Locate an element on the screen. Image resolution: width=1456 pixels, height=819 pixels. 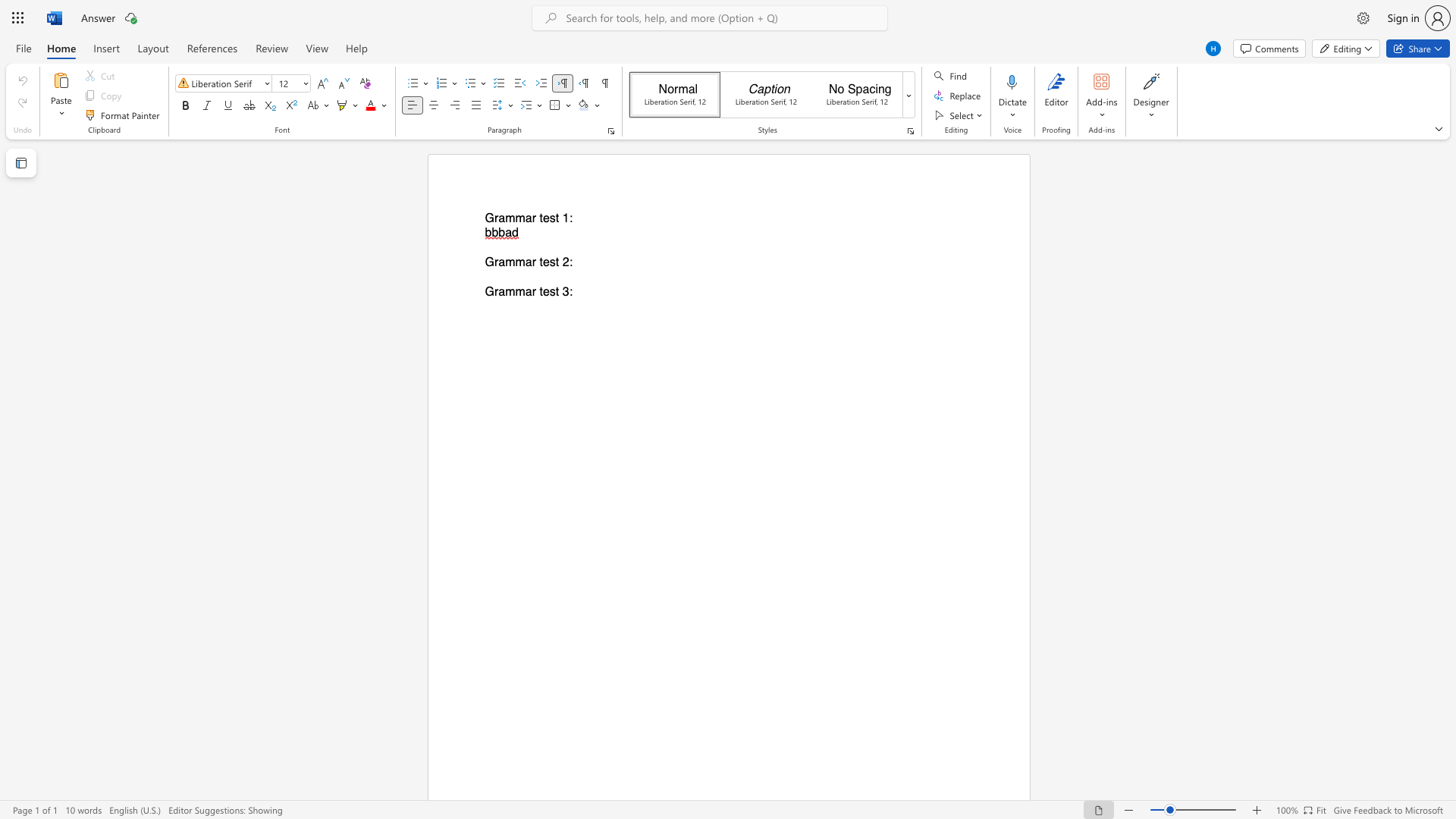
the 1th character ":" in the text is located at coordinates (570, 218).